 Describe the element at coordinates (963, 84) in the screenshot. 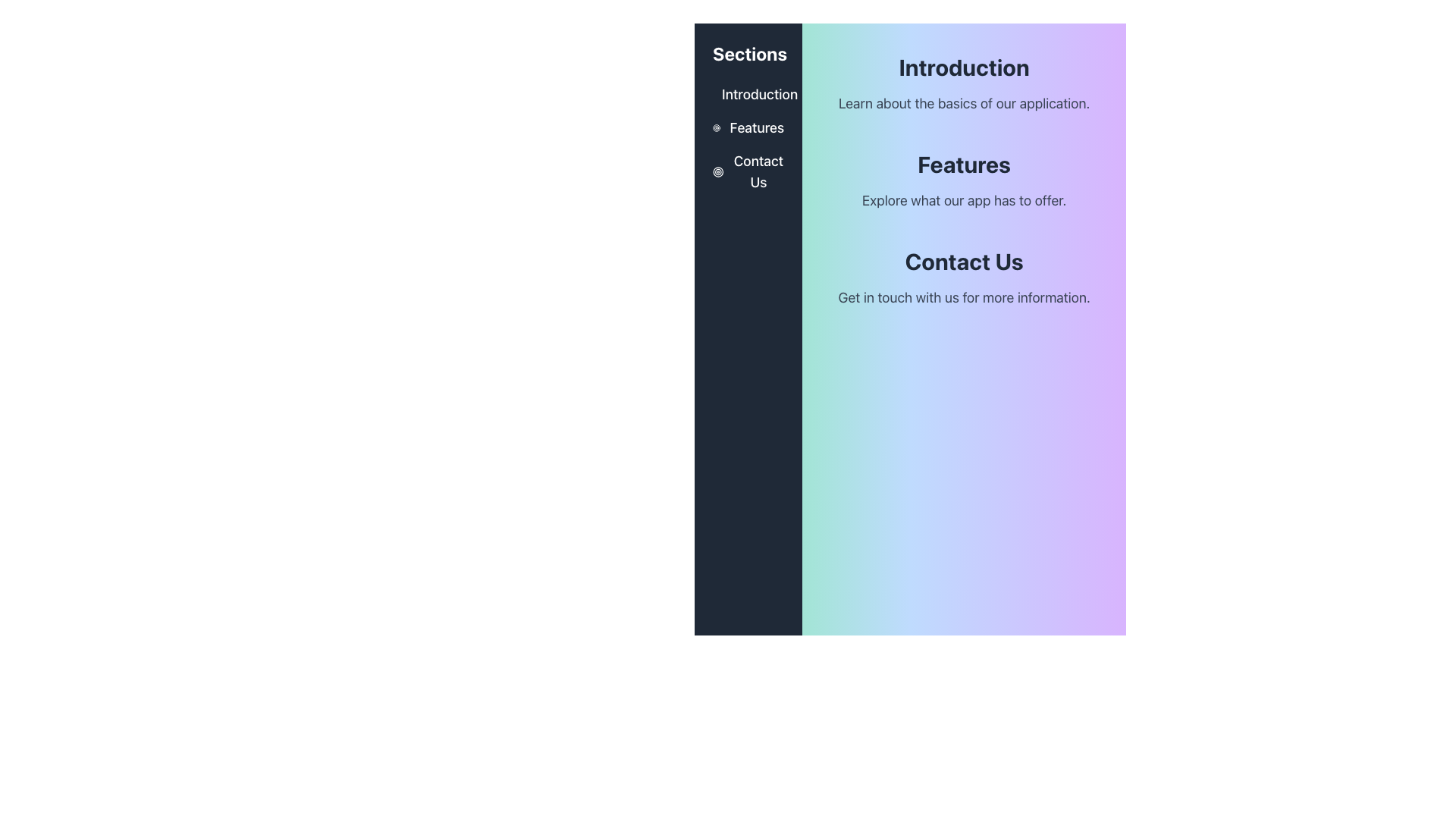

I see `the 'Introduction' header element, which features bold text and a subtitle on a gradient background, located at the top of the right column` at that location.